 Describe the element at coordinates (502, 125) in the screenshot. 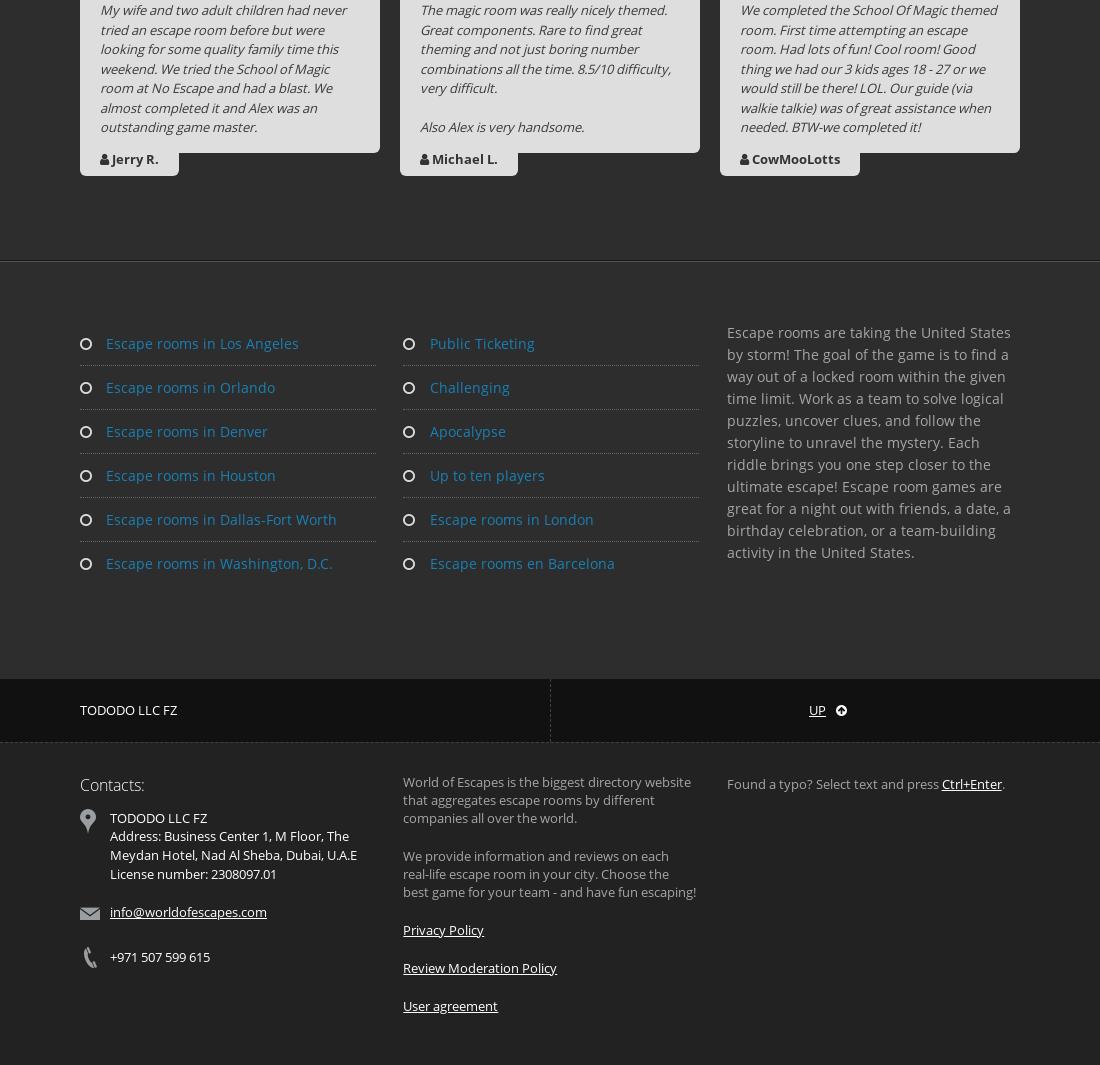

I see `'Also Alex is very handsome.'` at that location.